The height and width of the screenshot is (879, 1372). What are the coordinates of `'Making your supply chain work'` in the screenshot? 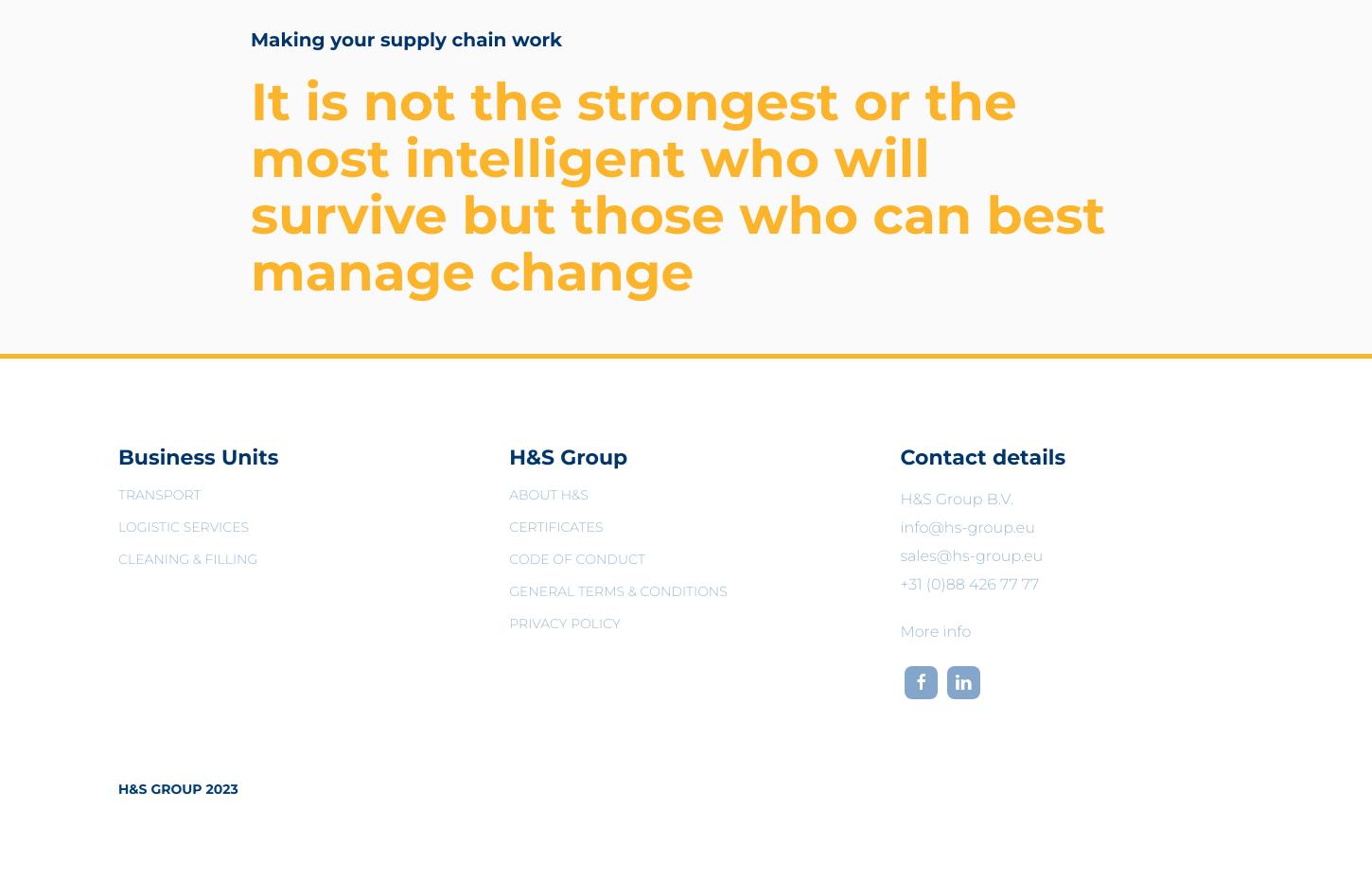 It's located at (405, 38).